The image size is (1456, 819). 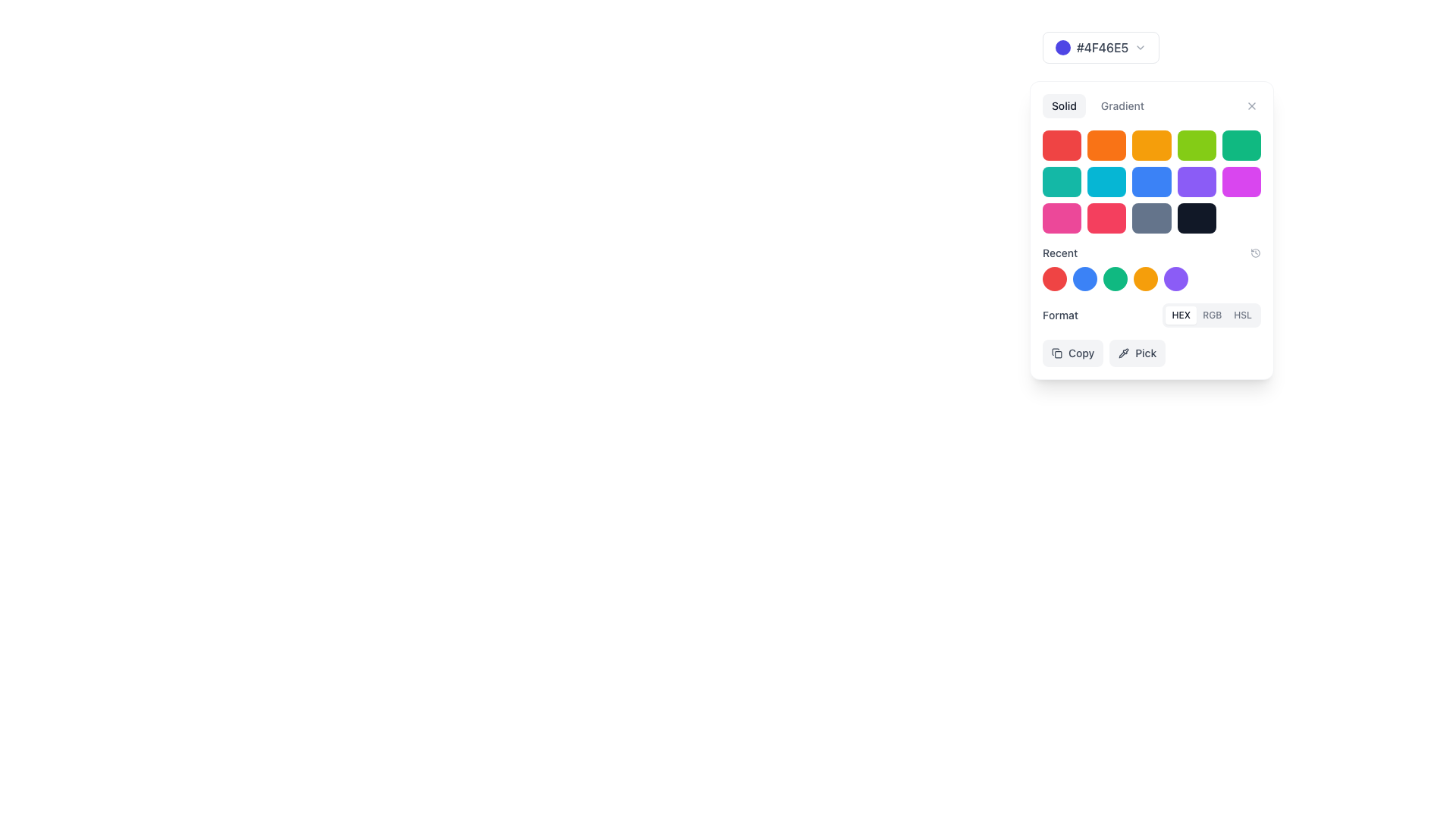 I want to click on the decorative icon representing the 'Pick' action, which is part of the button labeled 'Pick' located near the top-right area of a pop-up interface, so click(x=1124, y=353).